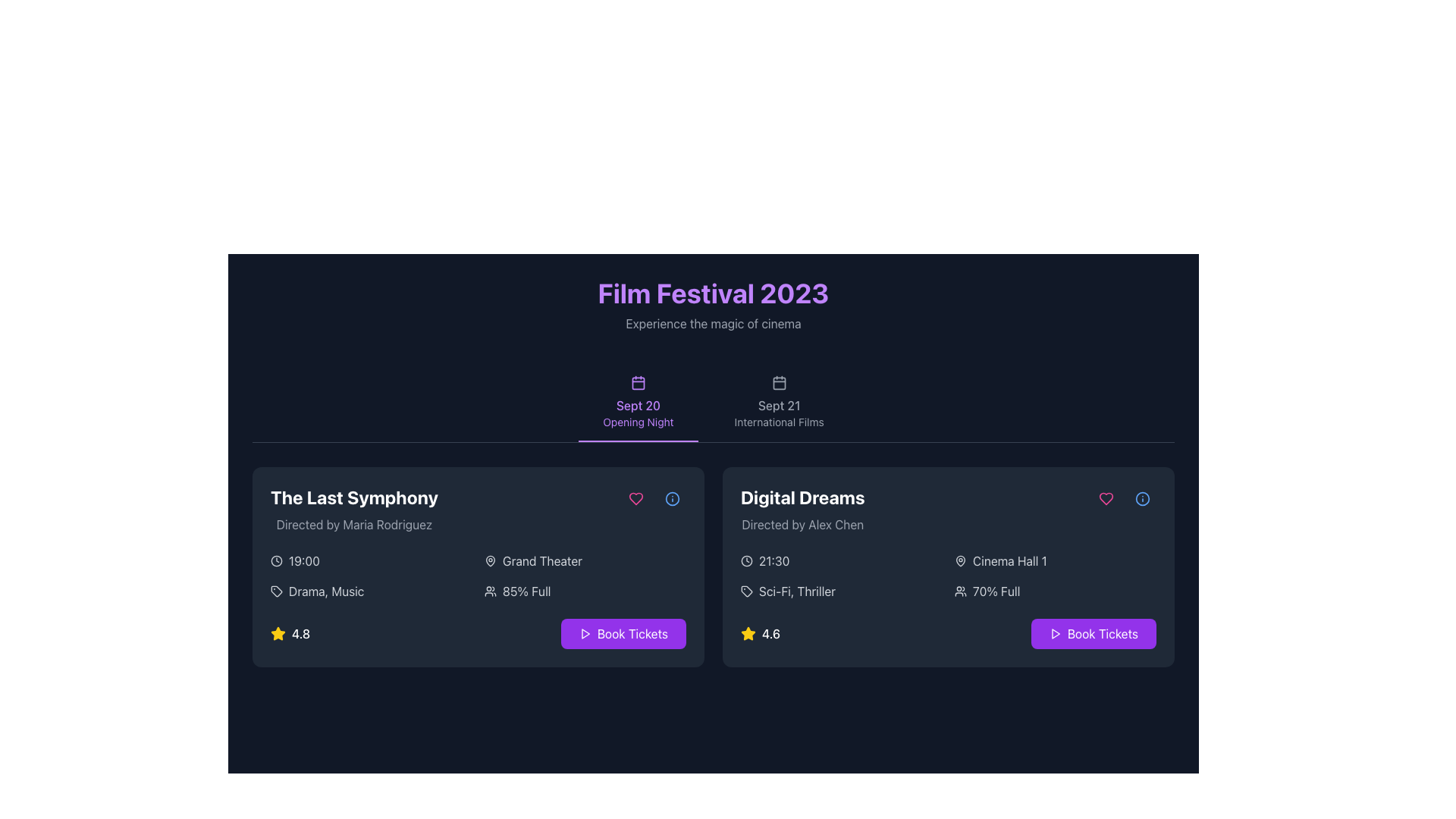  What do you see at coordinates (1106, 499) in the screenshot?
I see `the favorite icon located in the upper-right corner of the 'Digital Dreams' movie card` at bounding box center [1106, 499].